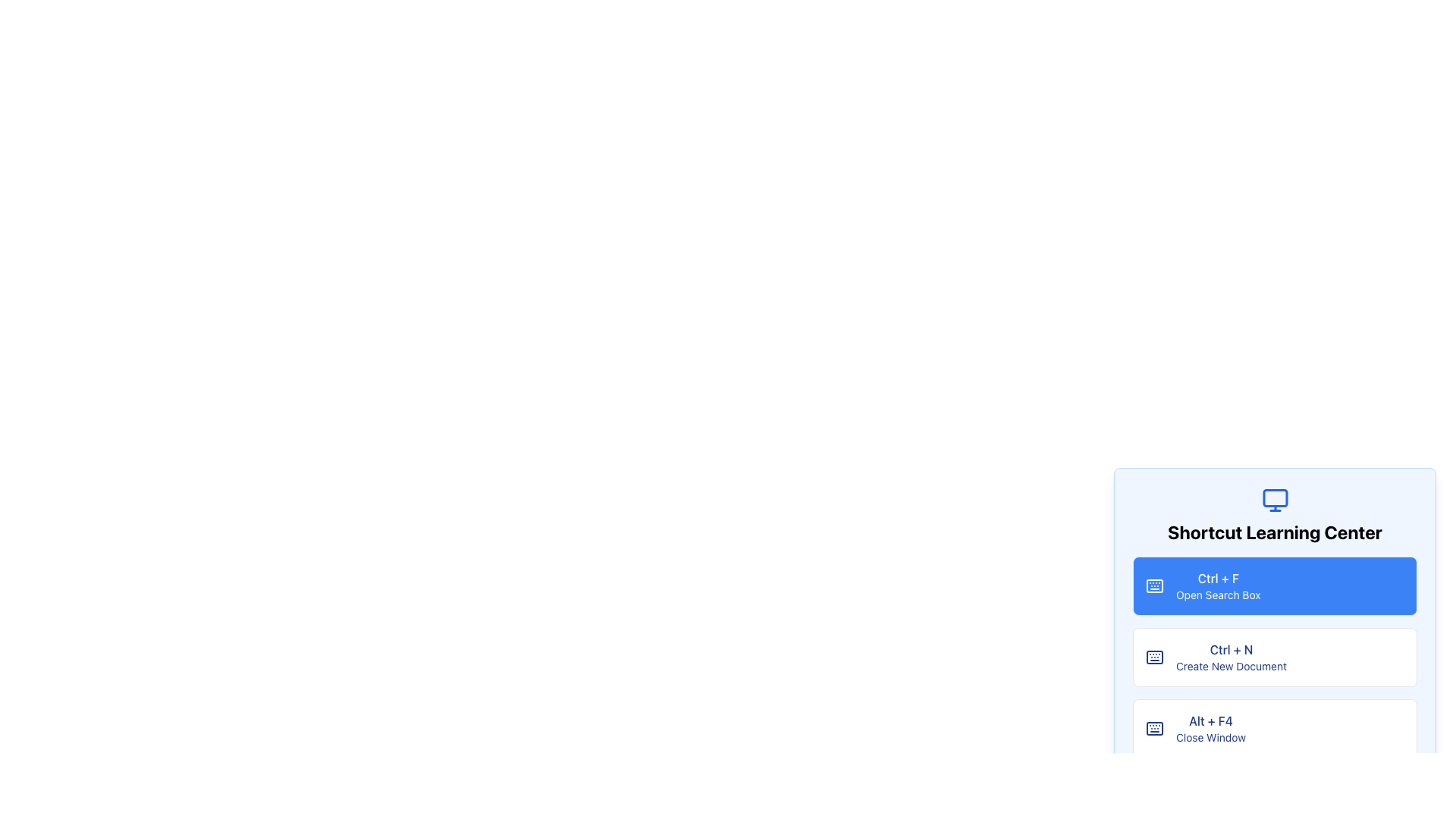 This screenshot has width=1456, height=819. Describe the element at coordinates (1274, 585) in the screenshot. I see `the 'Ctrl + F' button in the 'Shortcut Learning Center' which opens the search box` at that location.